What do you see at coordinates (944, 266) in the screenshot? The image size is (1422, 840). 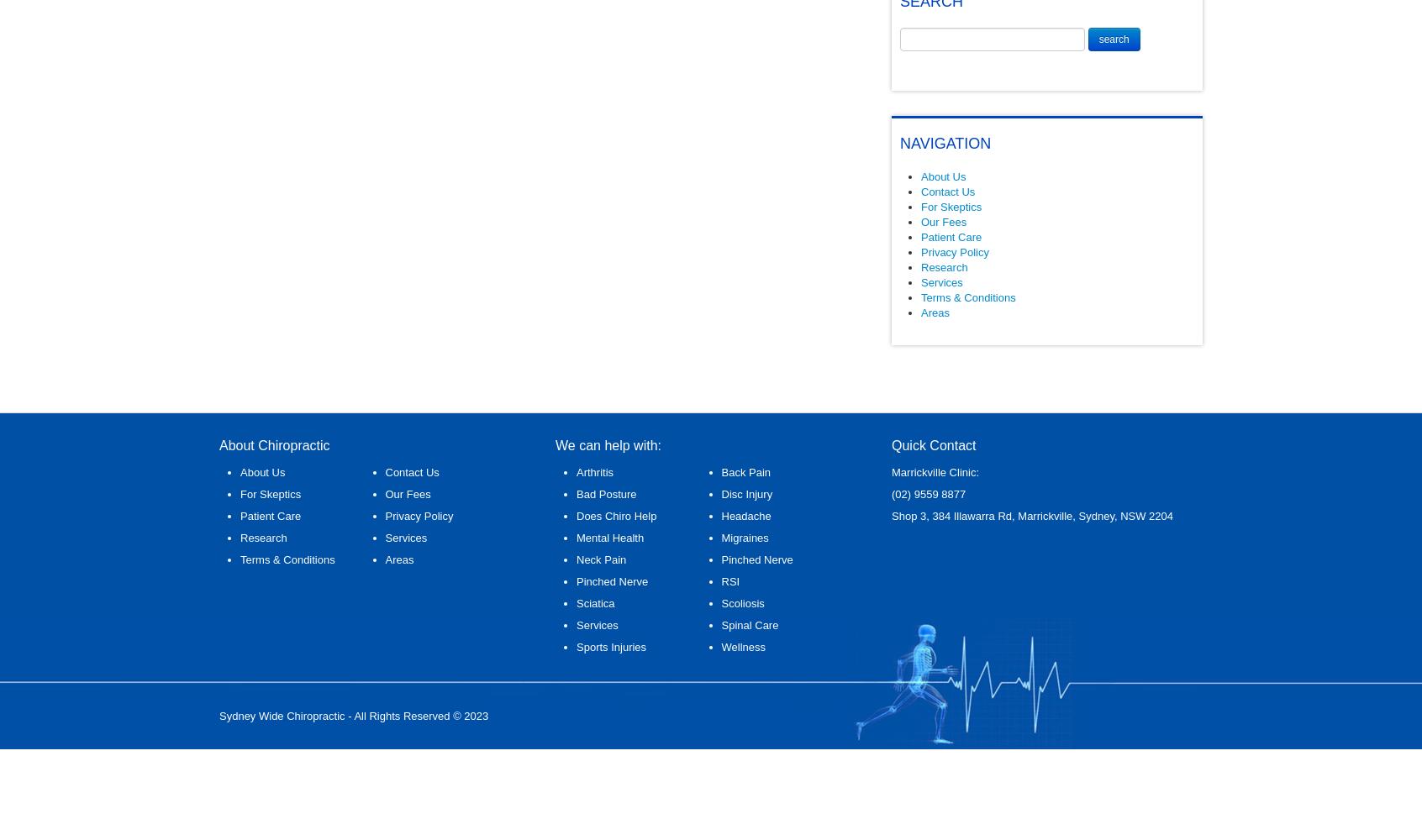 I see `'Research'` at bounding box center [944, 266].